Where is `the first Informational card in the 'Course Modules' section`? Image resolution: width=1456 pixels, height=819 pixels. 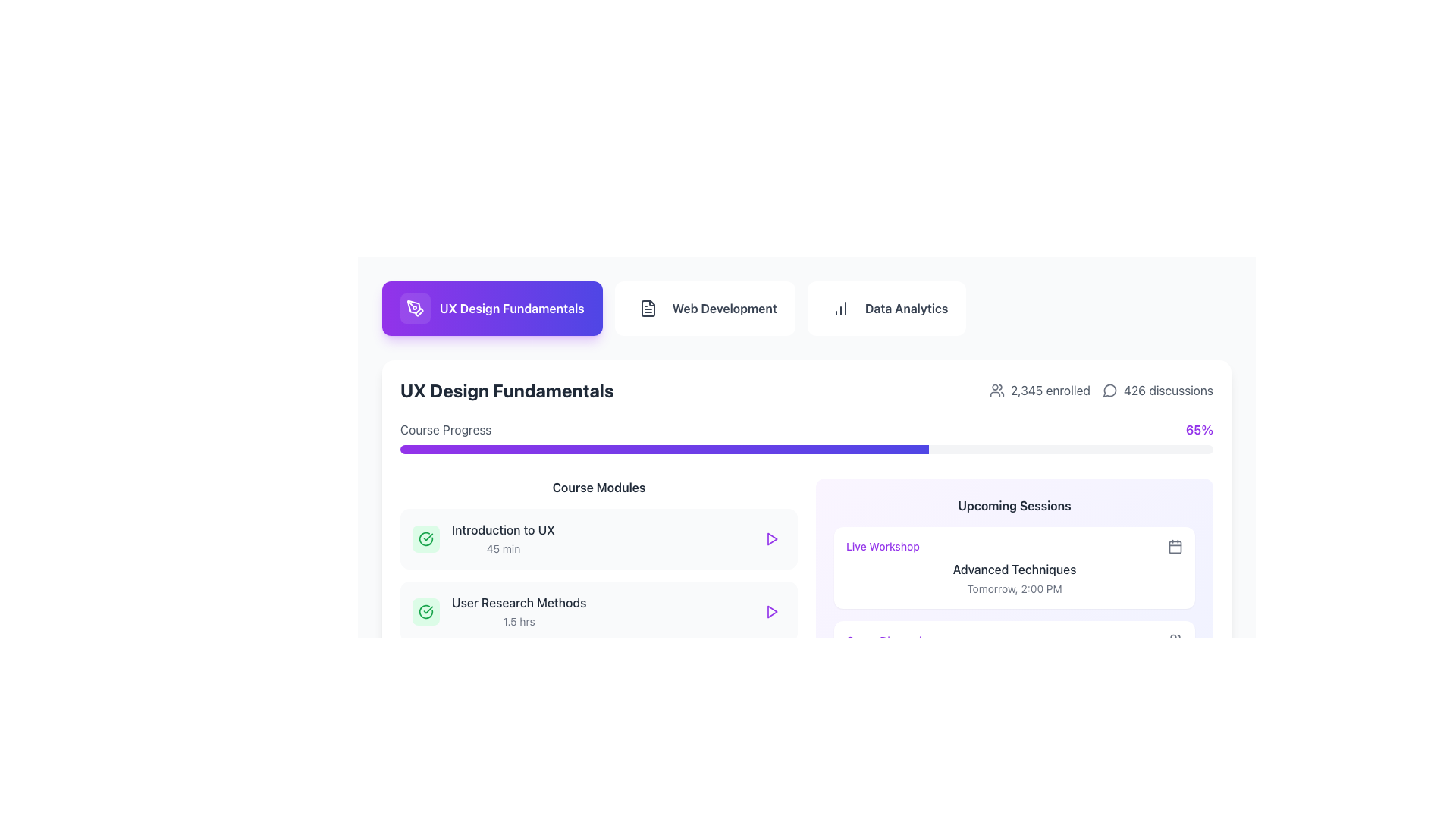 the first Informational card in the 'Course Modules' section is located at coordinates (598, 538).